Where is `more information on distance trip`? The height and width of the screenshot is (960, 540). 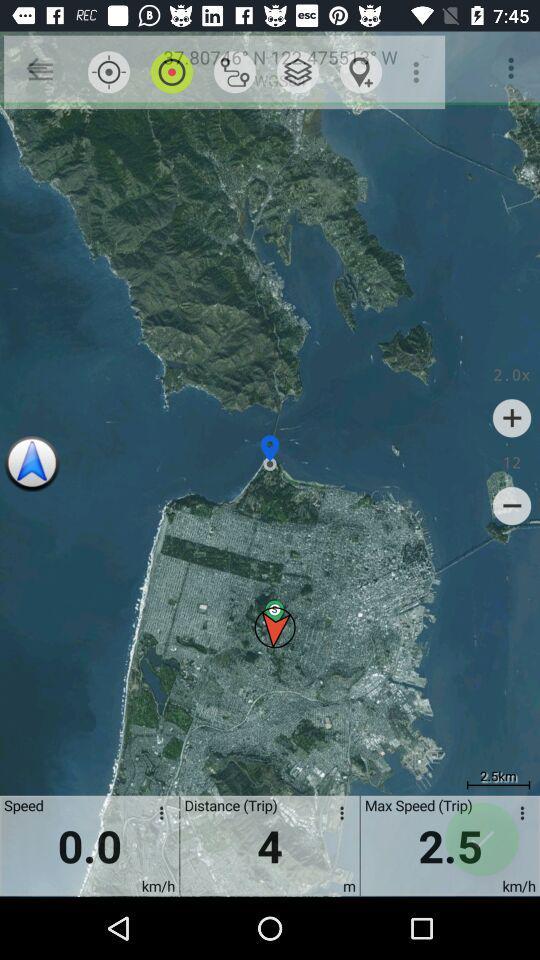
more information on distance trip is located at coordinates (337, 816).